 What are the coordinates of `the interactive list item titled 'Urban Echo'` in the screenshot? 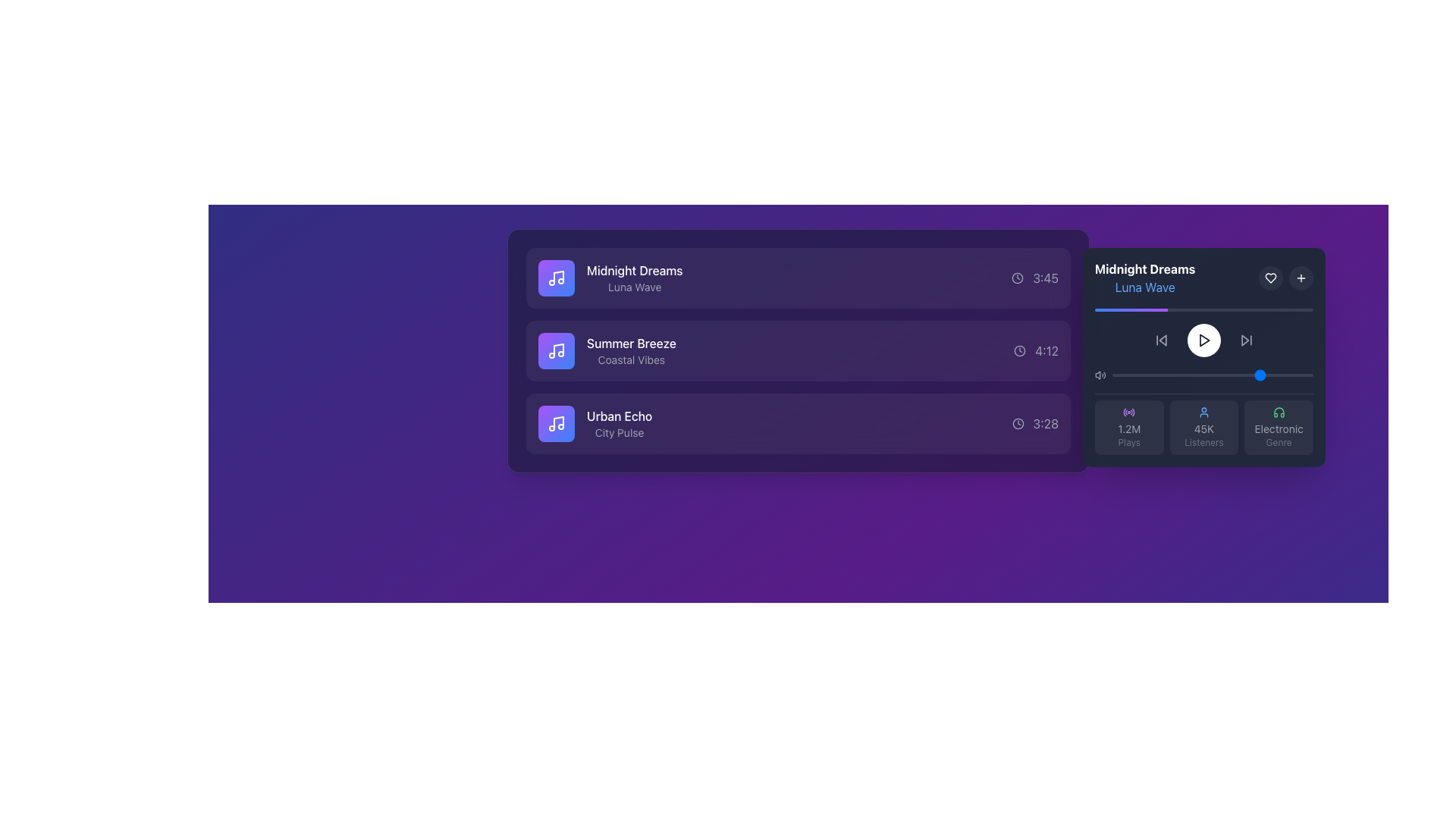 It's located at (797, 424).